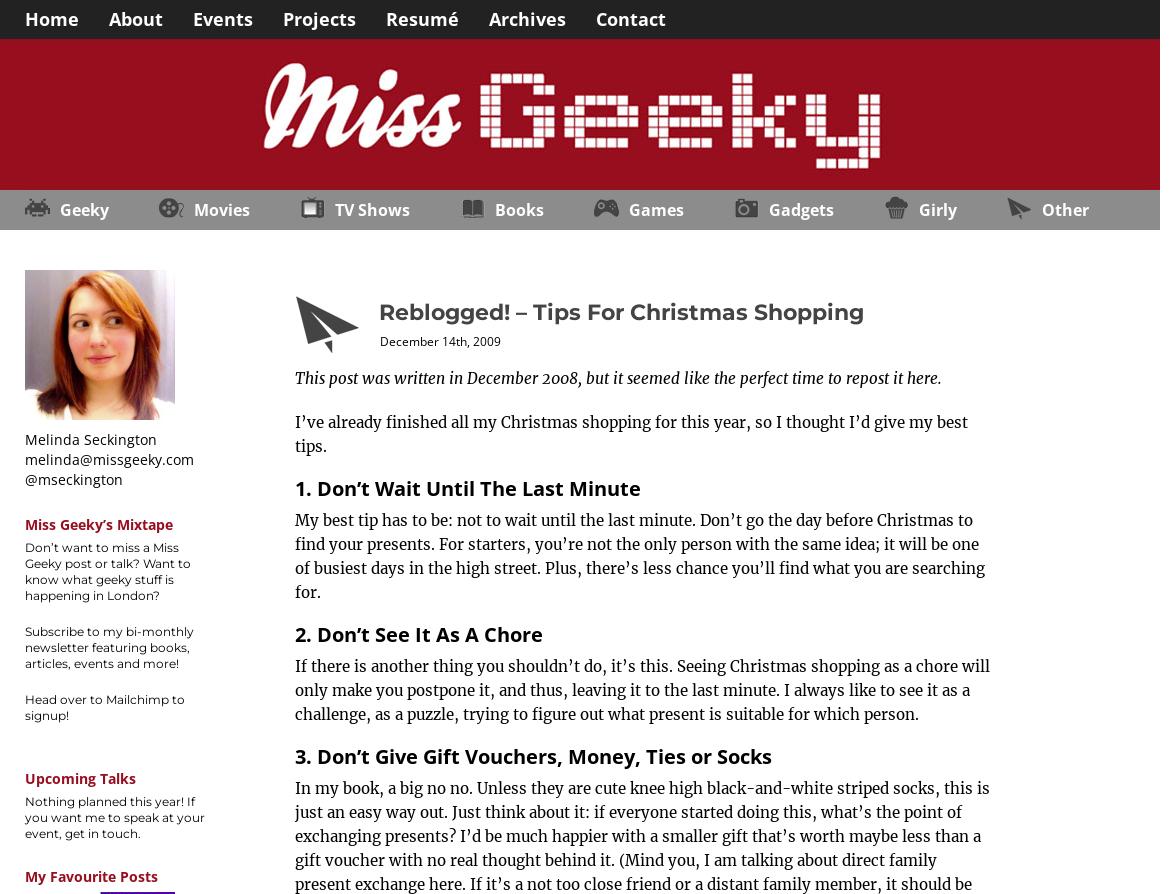 Image resolution: width=1170 pixels, height=894 pixels. Describe the element at coordinates (51, 19) in the screenshot. I see `'Home'` at that location.